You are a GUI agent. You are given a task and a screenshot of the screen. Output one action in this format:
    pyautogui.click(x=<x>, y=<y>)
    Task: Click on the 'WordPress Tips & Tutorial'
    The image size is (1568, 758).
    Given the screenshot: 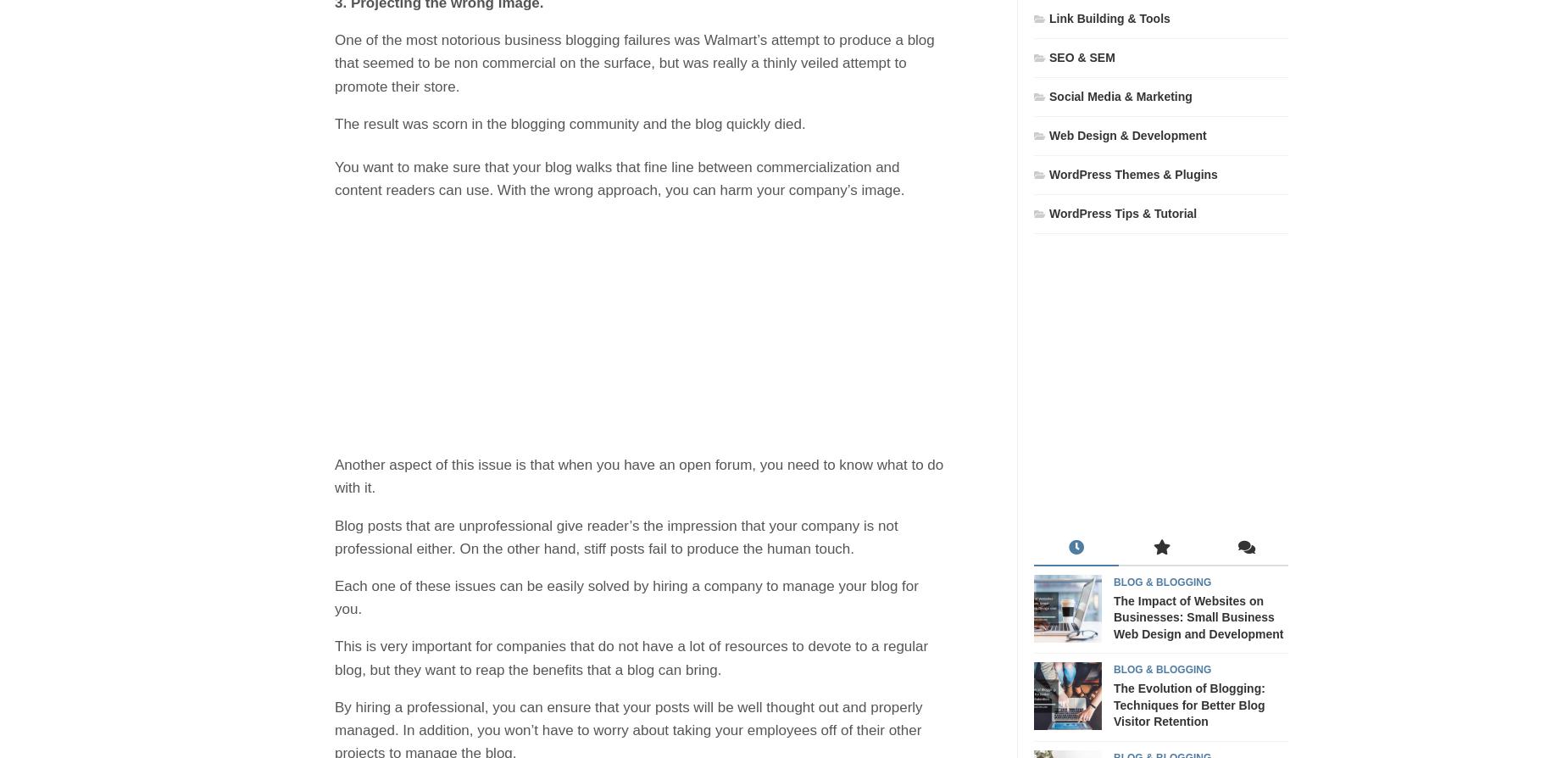 What is the action you would take?
    pyautogui.click(x=1048, y=212)
    